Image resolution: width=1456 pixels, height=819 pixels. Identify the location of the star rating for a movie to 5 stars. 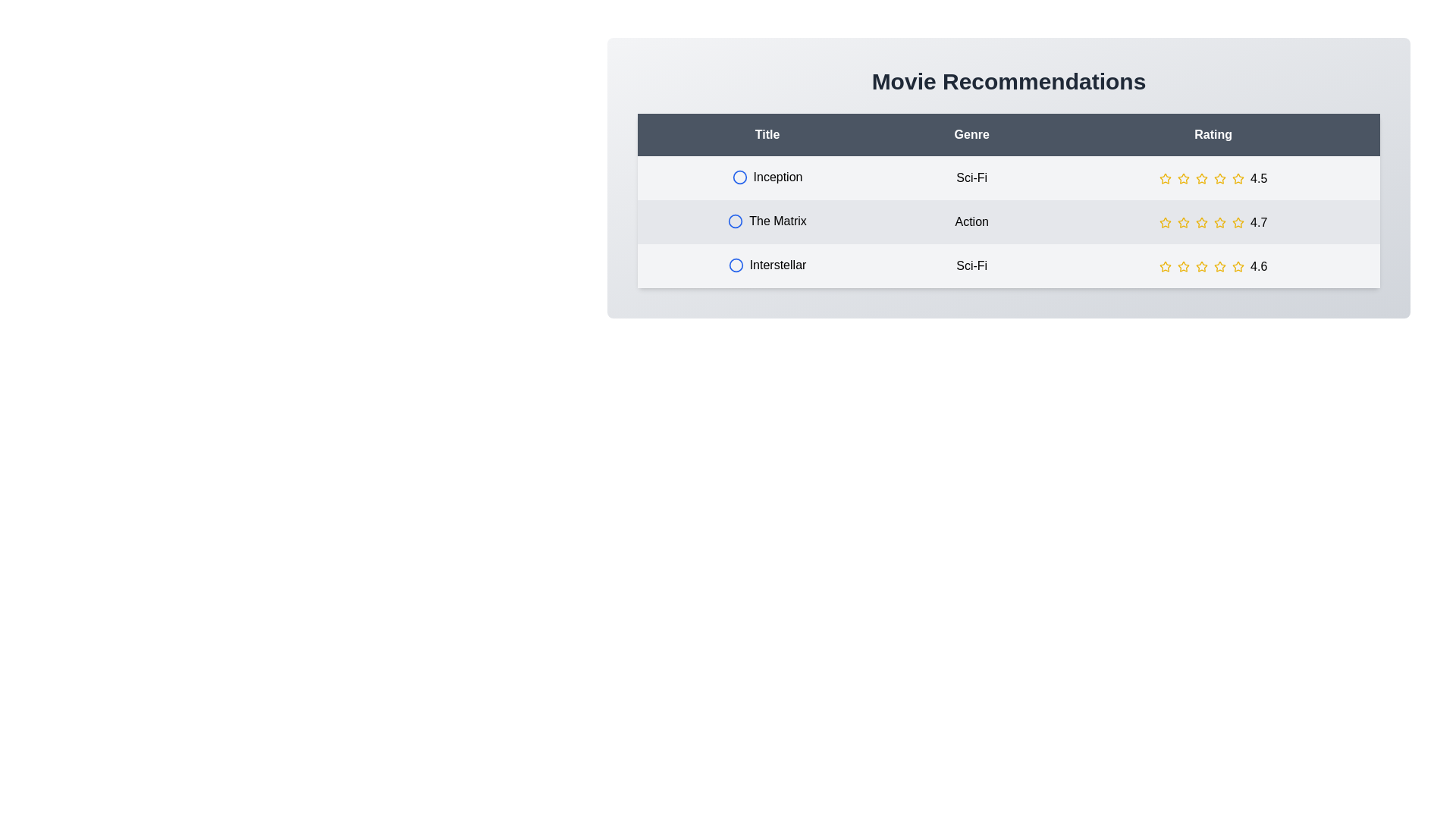
(1238, 177).